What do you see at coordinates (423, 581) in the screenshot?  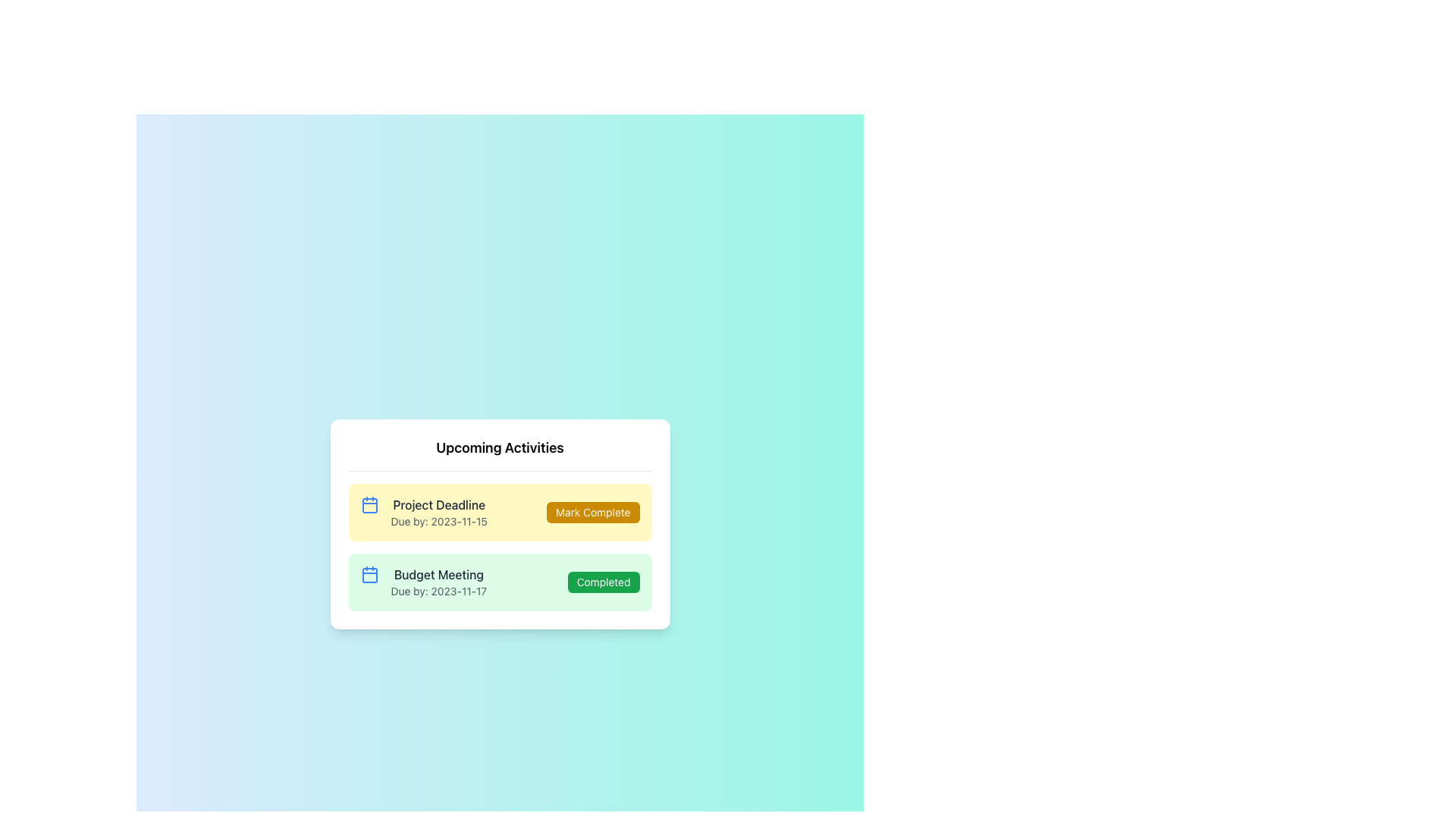 I see `information contained in the task list item titled 'Budget Meeting', which includes the subtitle 'Due by: 2023-11-17'` at bounding box center [423, 581].